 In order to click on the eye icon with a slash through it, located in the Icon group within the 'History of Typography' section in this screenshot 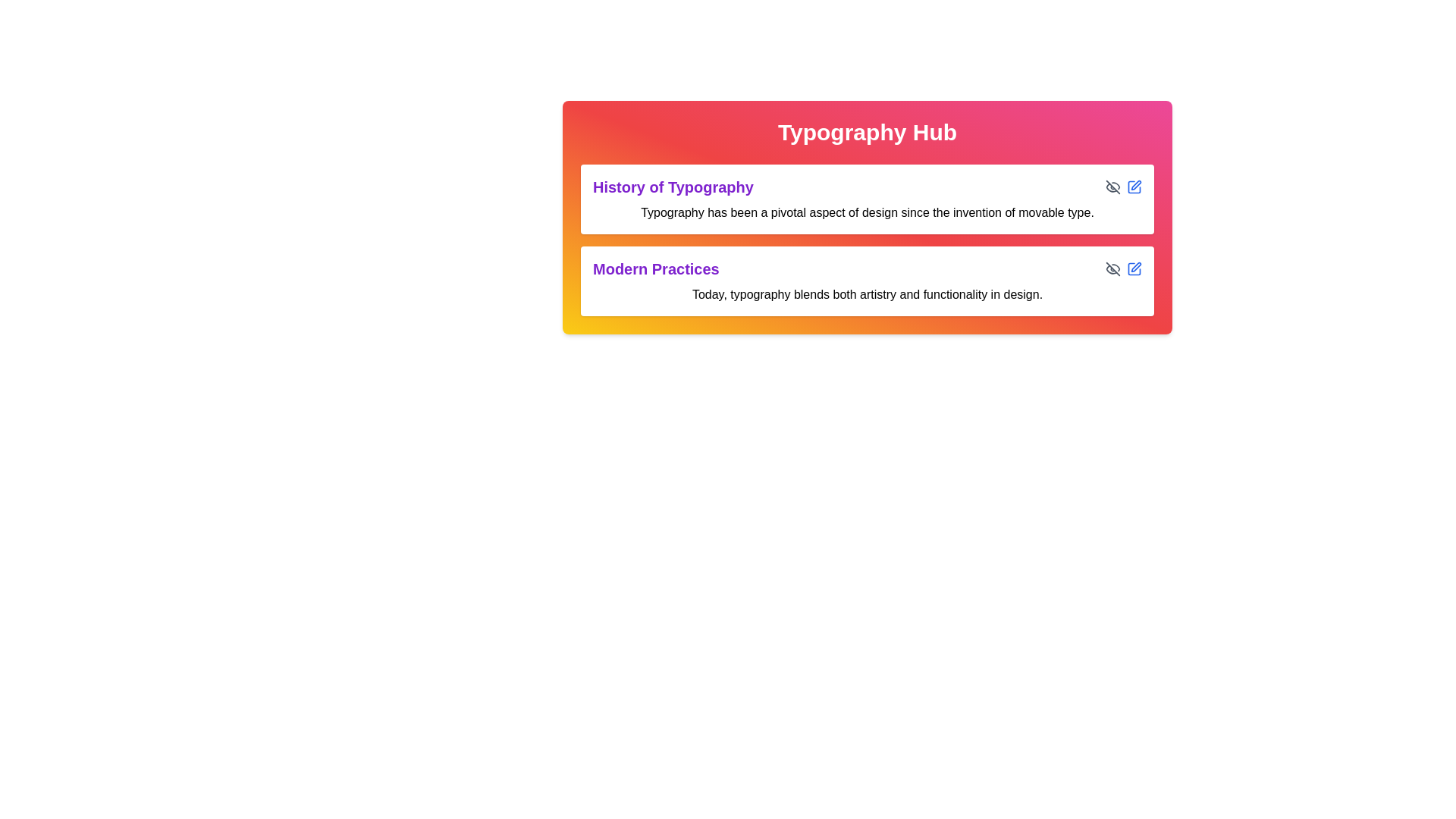, I will do `click(1124, 186)`.